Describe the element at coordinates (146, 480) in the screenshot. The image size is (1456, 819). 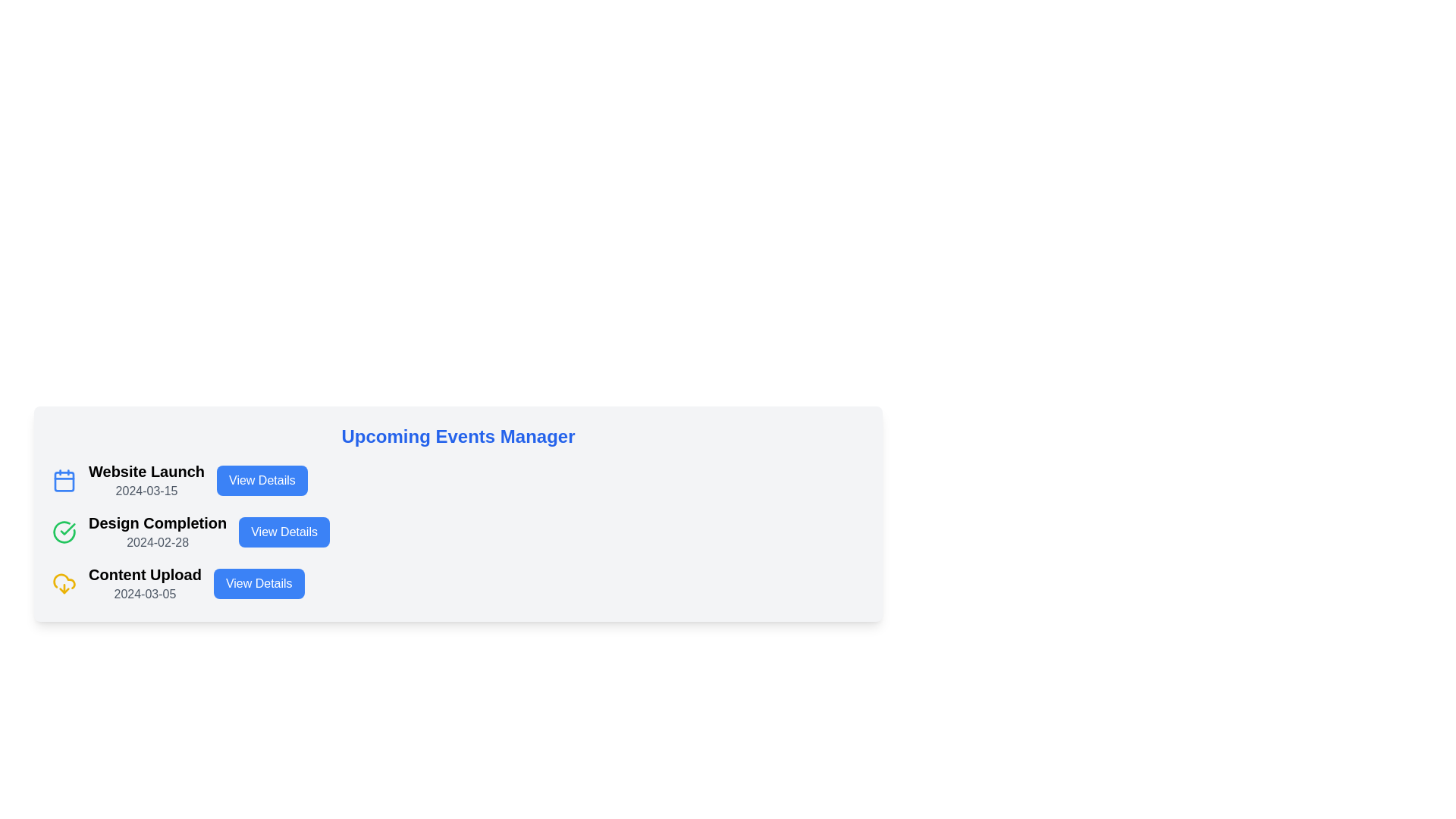
I see `text content of the first entry in the 'Upcoming Events Manager' section, which displays the title 'Website Launch' and the date '2024-03-15'` at that location.